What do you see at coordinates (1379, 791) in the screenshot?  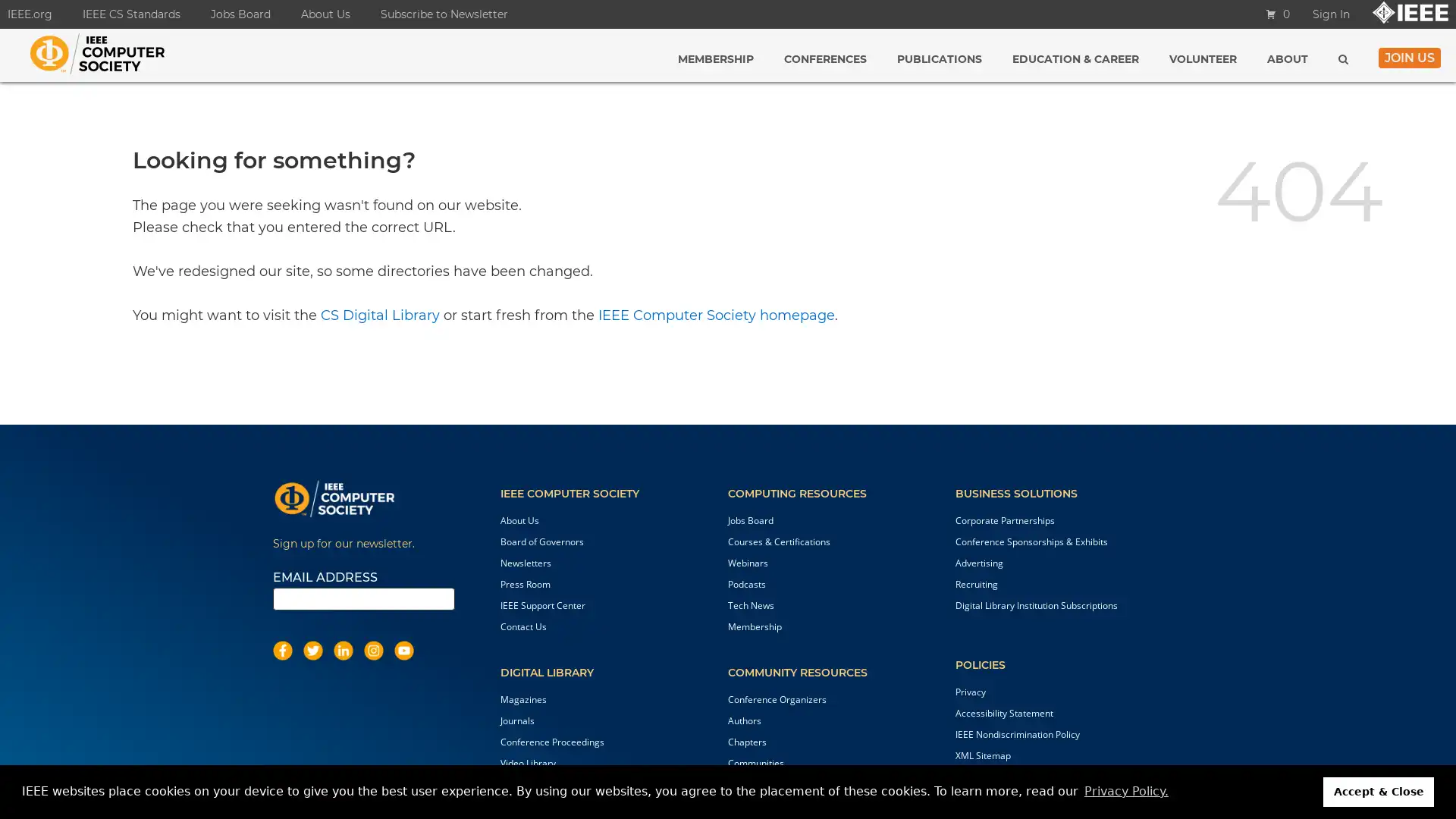 I see `dismiss cookie message` at bounding box center [1379, 791].